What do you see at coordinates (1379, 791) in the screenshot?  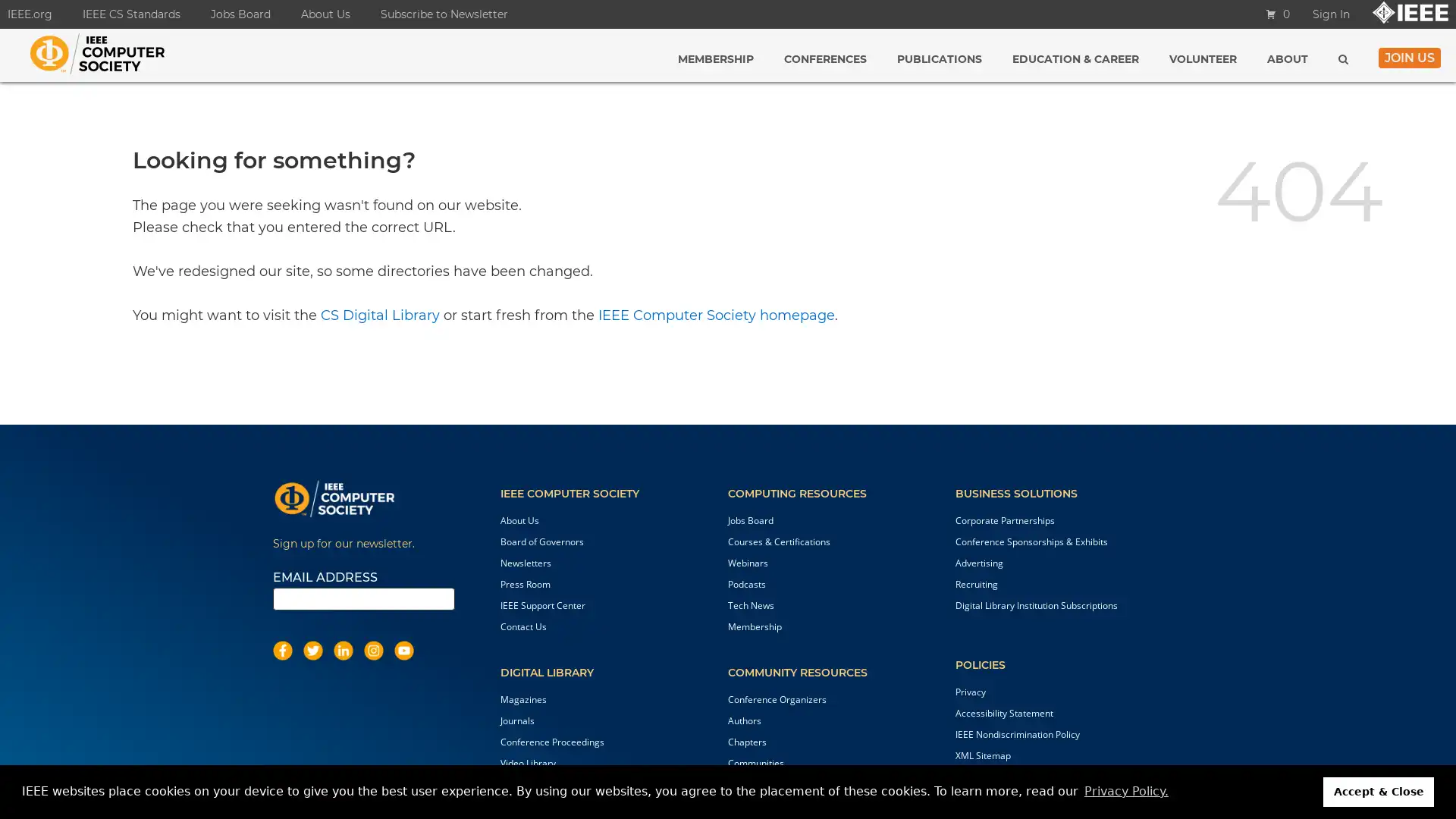 I see `dismiss cookie message` at bounding box center [1379, 791].